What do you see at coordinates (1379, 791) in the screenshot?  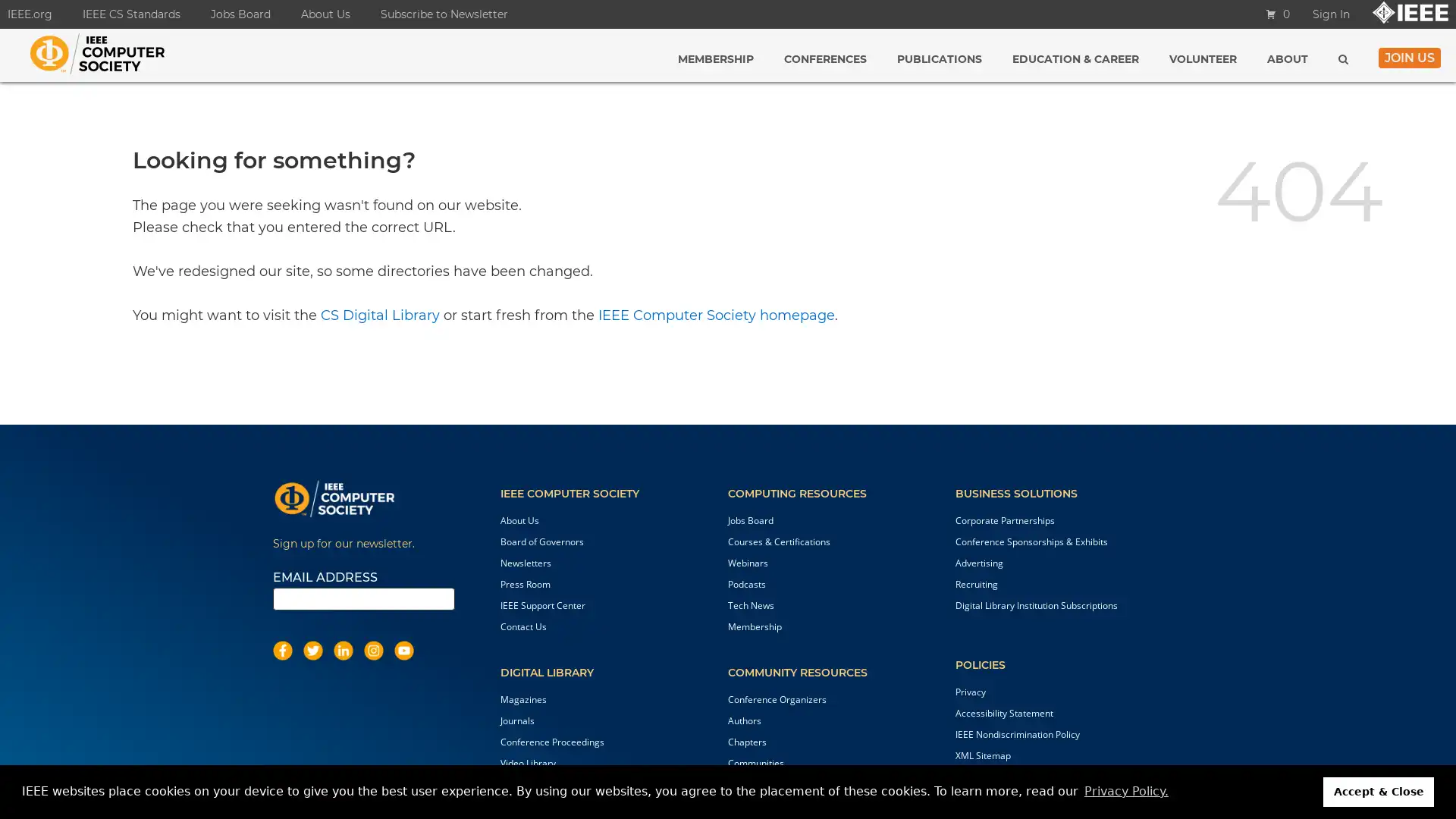 I see `dismiss cookie message` at bounding box center [1379, 791].